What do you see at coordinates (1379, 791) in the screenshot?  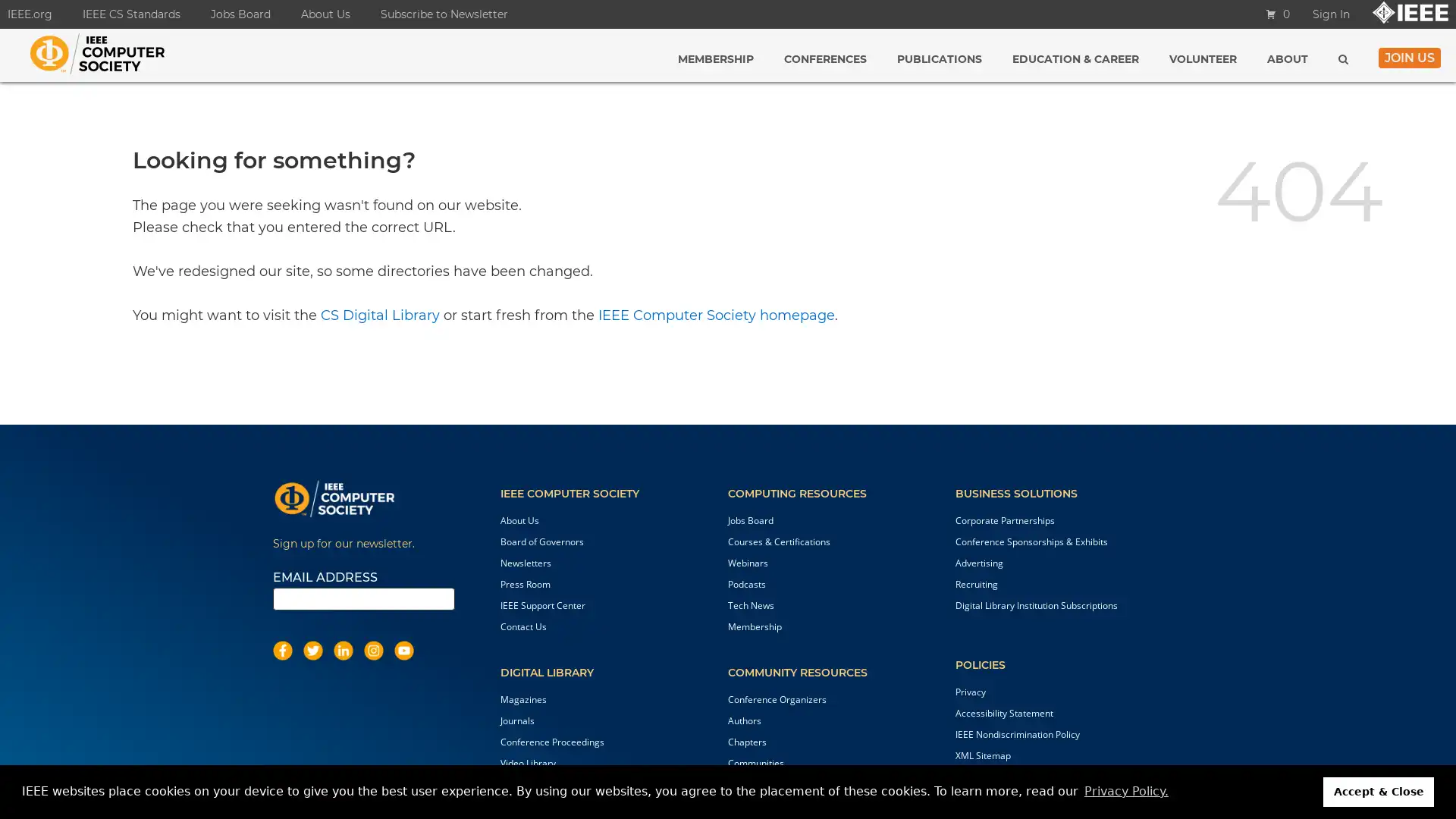 I see `dismiss cookie message` at bounding box center [1379, 791].